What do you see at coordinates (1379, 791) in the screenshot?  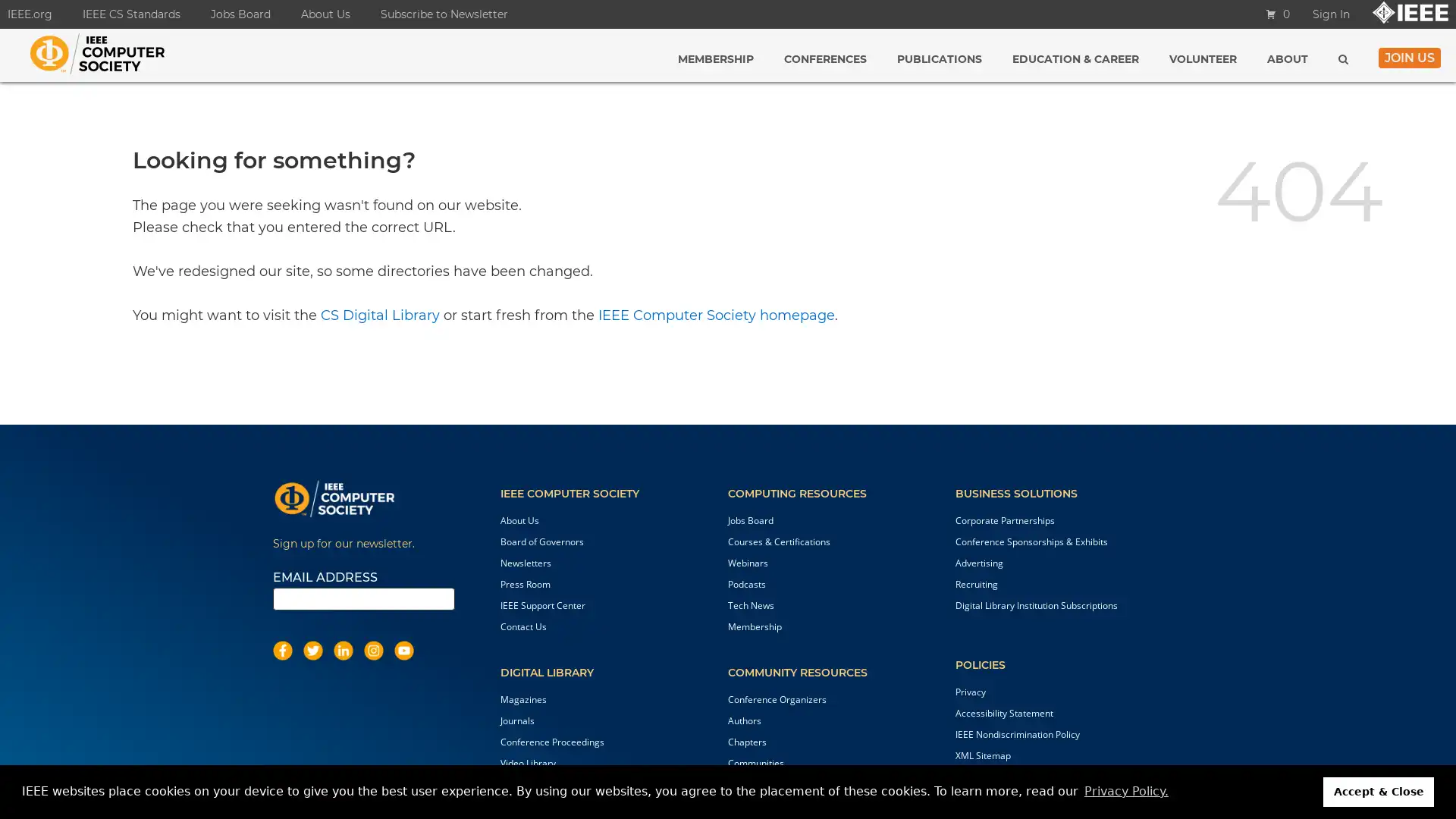 I see `dismiss cookie message` at bounding box center [1379, 791].